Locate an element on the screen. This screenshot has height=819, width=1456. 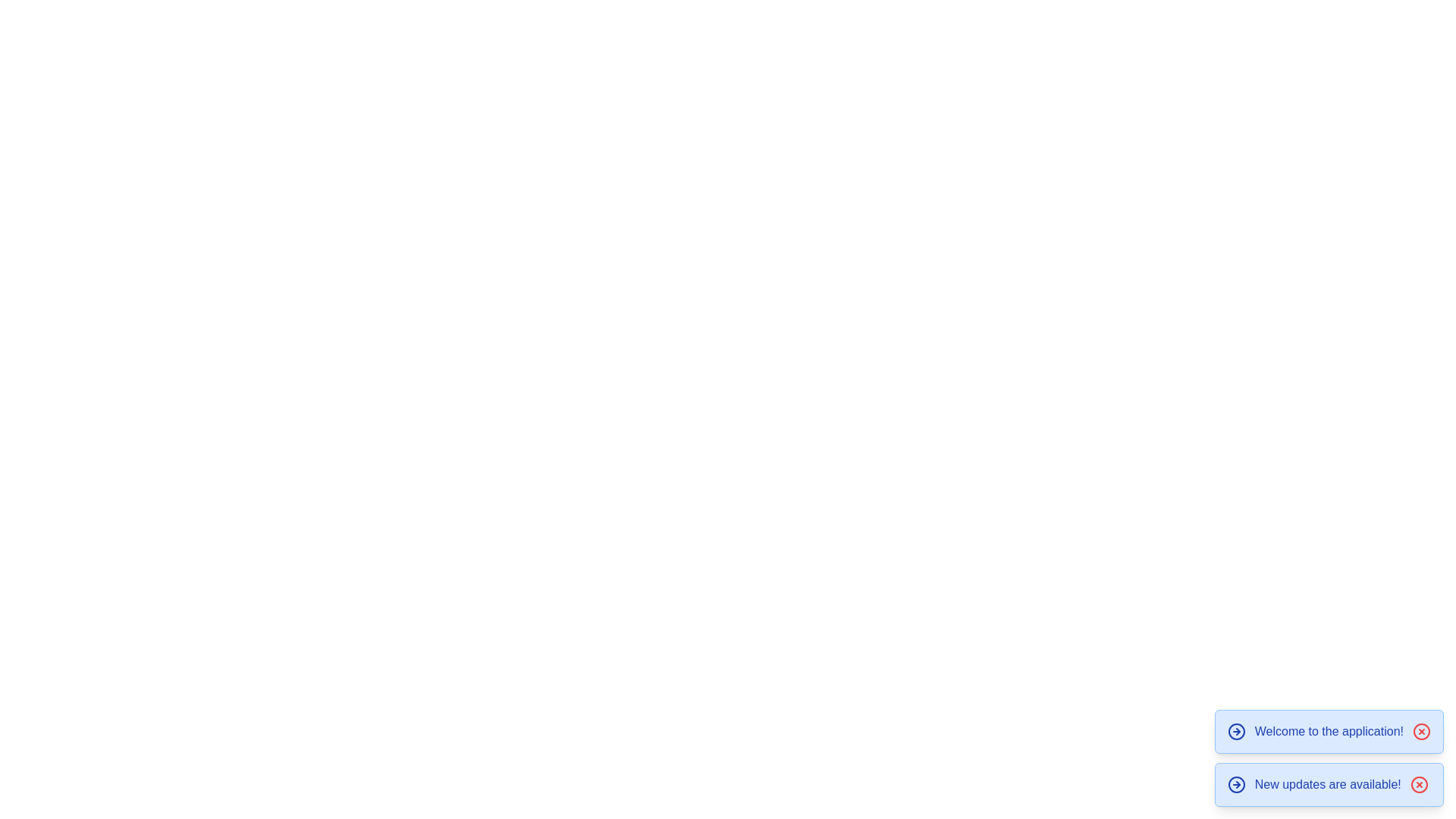
the button located in the top-right corner of the notification that contains the text 'Welcome to the application!' is located at coordinates (1421, 730).